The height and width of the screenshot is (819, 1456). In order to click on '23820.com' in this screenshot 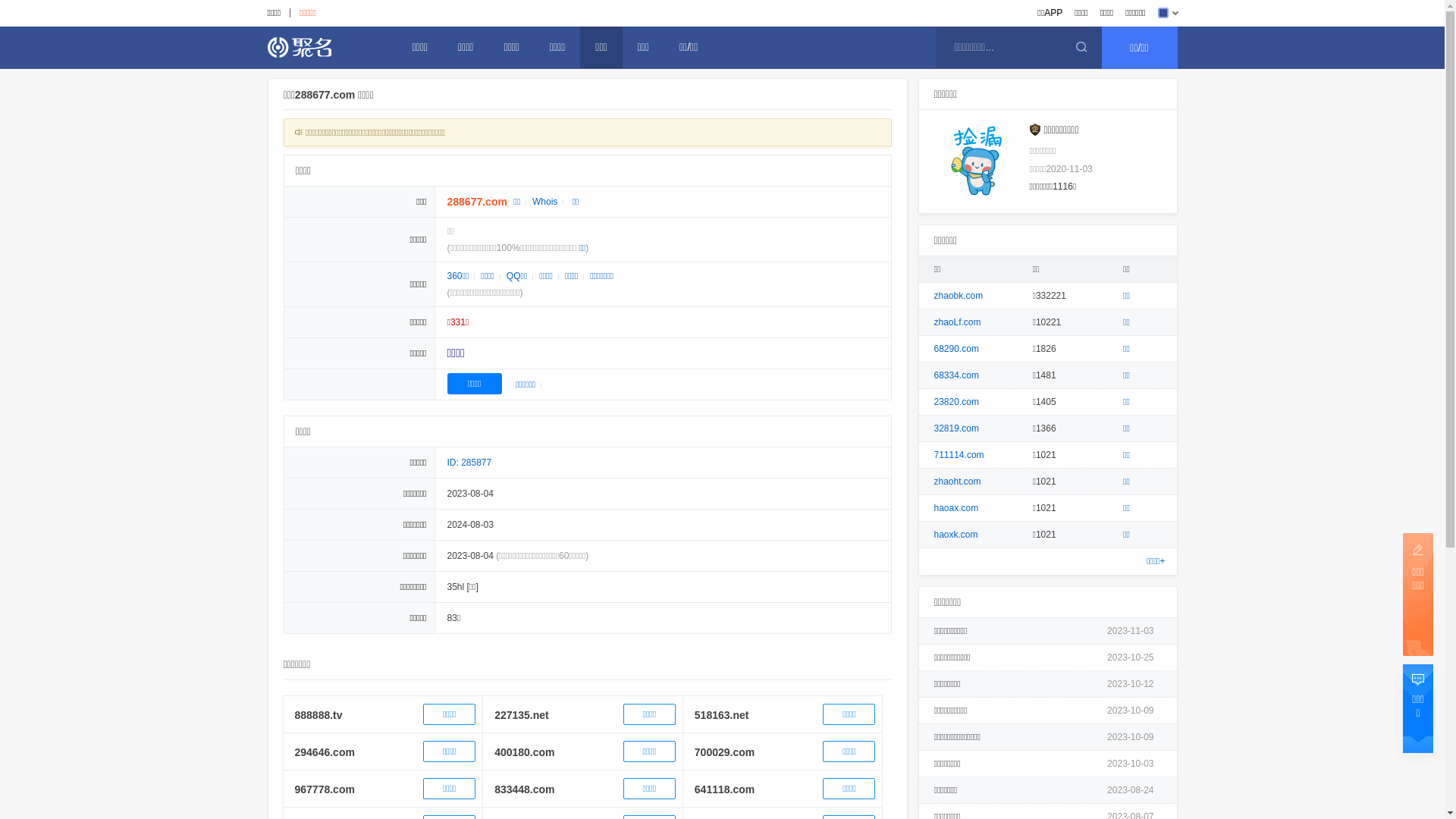, I will do `click(955, 400)`.